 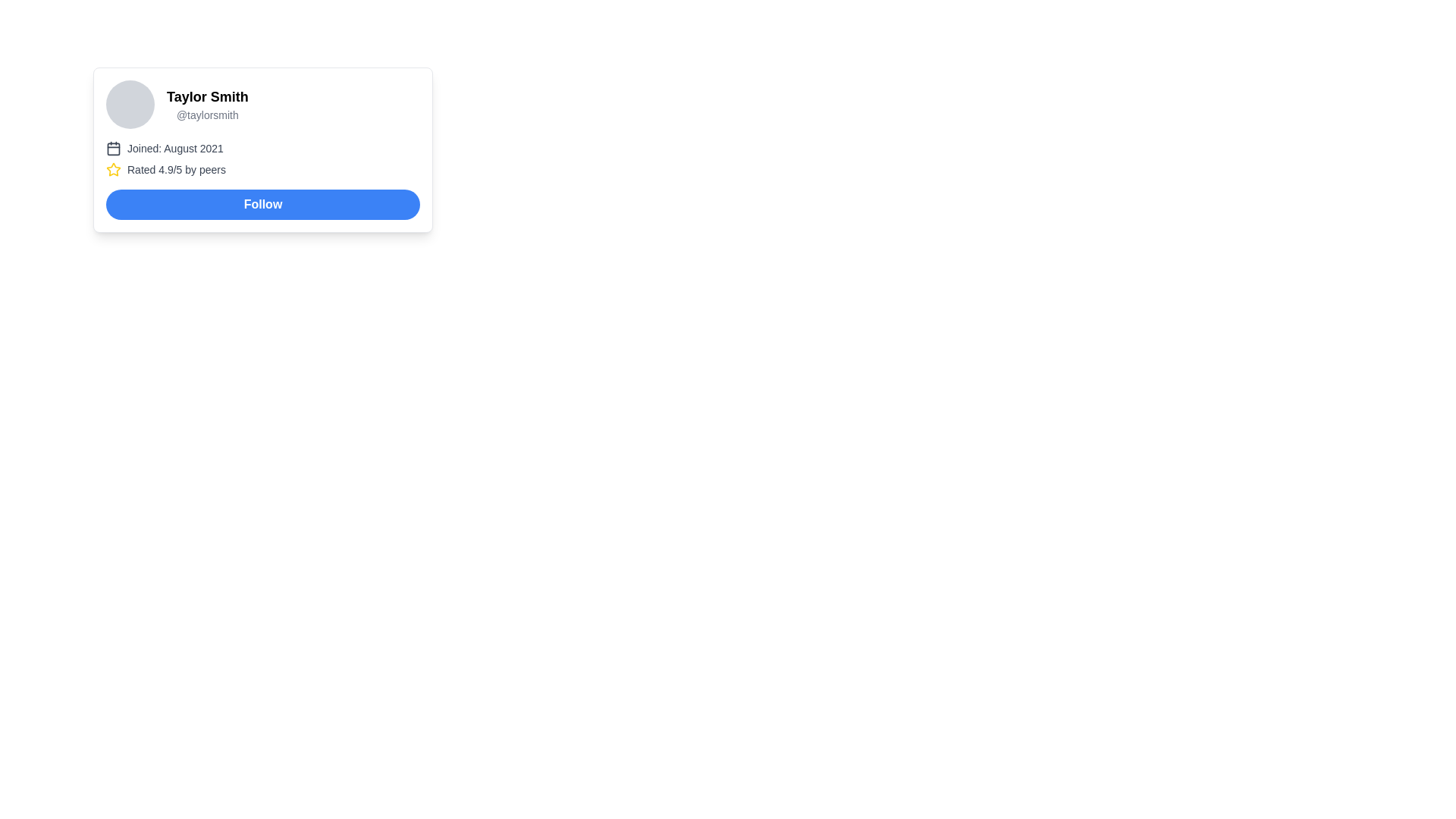 What do you see at coordinates (112, 169) in the screenshot?
I see `the star icon with a yellow color scheme located to the left of the text 'Rated 4.9/5 by peers' in the bottom-left section of the user information card` at bounding box center [112, 169].